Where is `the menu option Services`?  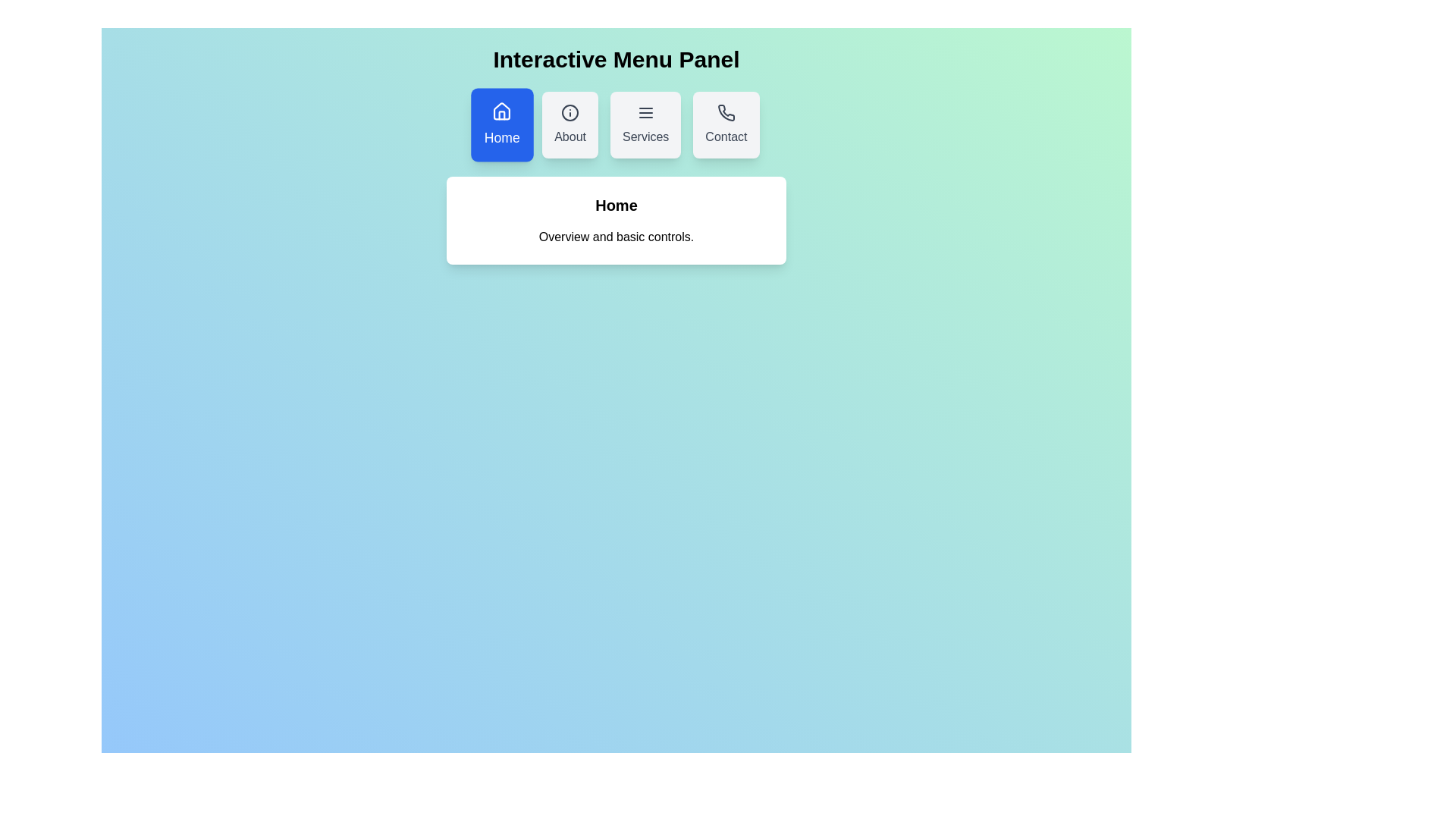 the menu option Services is located at coordinates (645, 124).